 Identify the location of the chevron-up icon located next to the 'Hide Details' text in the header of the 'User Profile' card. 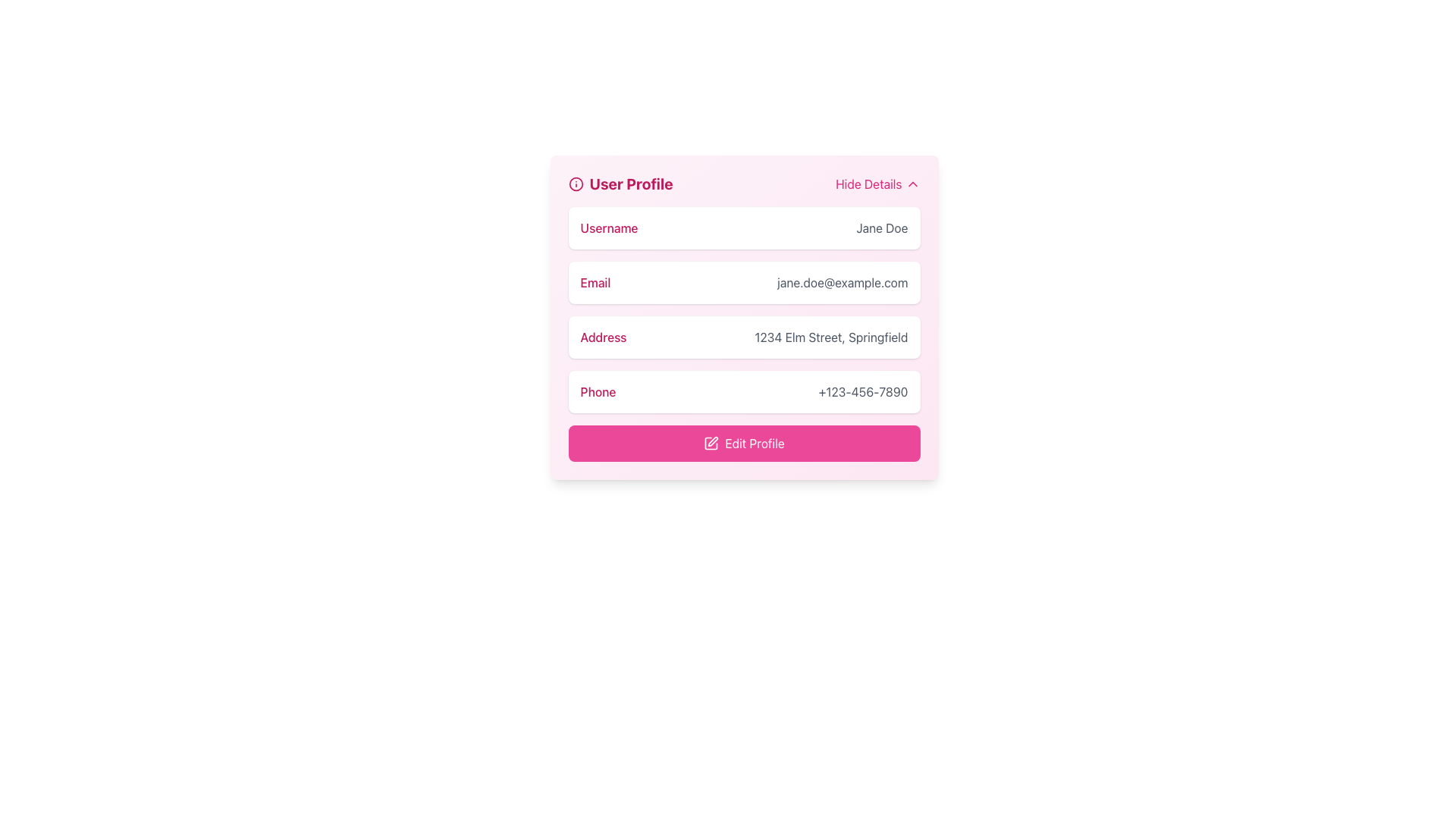
(912, 184).